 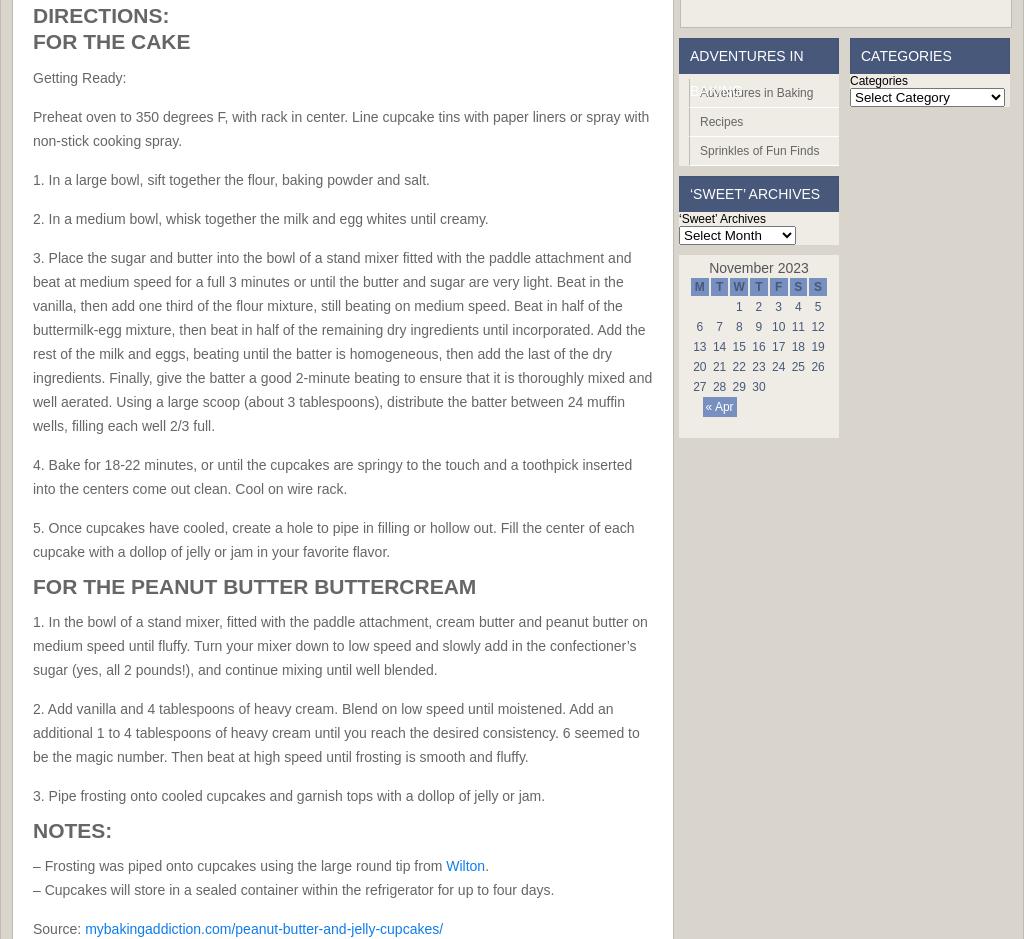 I want to click on '3. Place the sugar and butter into the bowl of a stand mixer fitted with the paddle attachment and beat at medium speed for a full 3 minutes or until the butter and sugar are very light. Beat in the vanilla, then add one third of the flour mixture, still beating on medium speed. Beat in half of the buttermilk-egg mixture, then beat in half of the remaining dry ingredients until incorporated. Add the rest of the milk and eggs, beating until the batter is homogeneous, then add the last of the dry ingredients. Finally, give the batter a good 2-minute beating to ensure that it is thoroughly mixed and well aerated. Using a large scoop (about 3 tablespoons), distribute the batter between 24 muffin wells, filling each well 2/3 full.', so click(x=342, y=340).